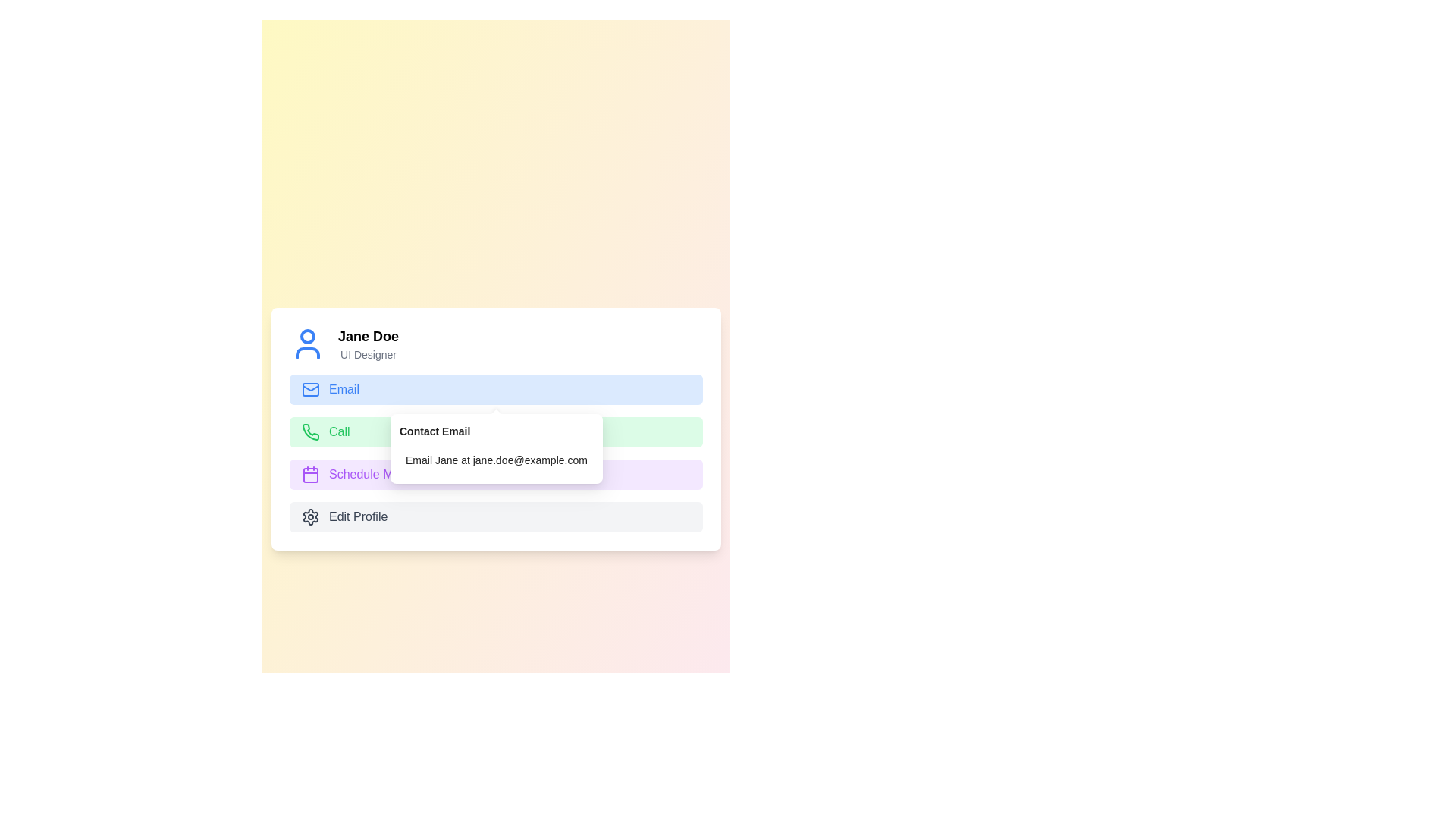  Describe the element at coordinates (496, 388) in the screenshot. I see `the email-related button located below the user name and designation section` at that location.